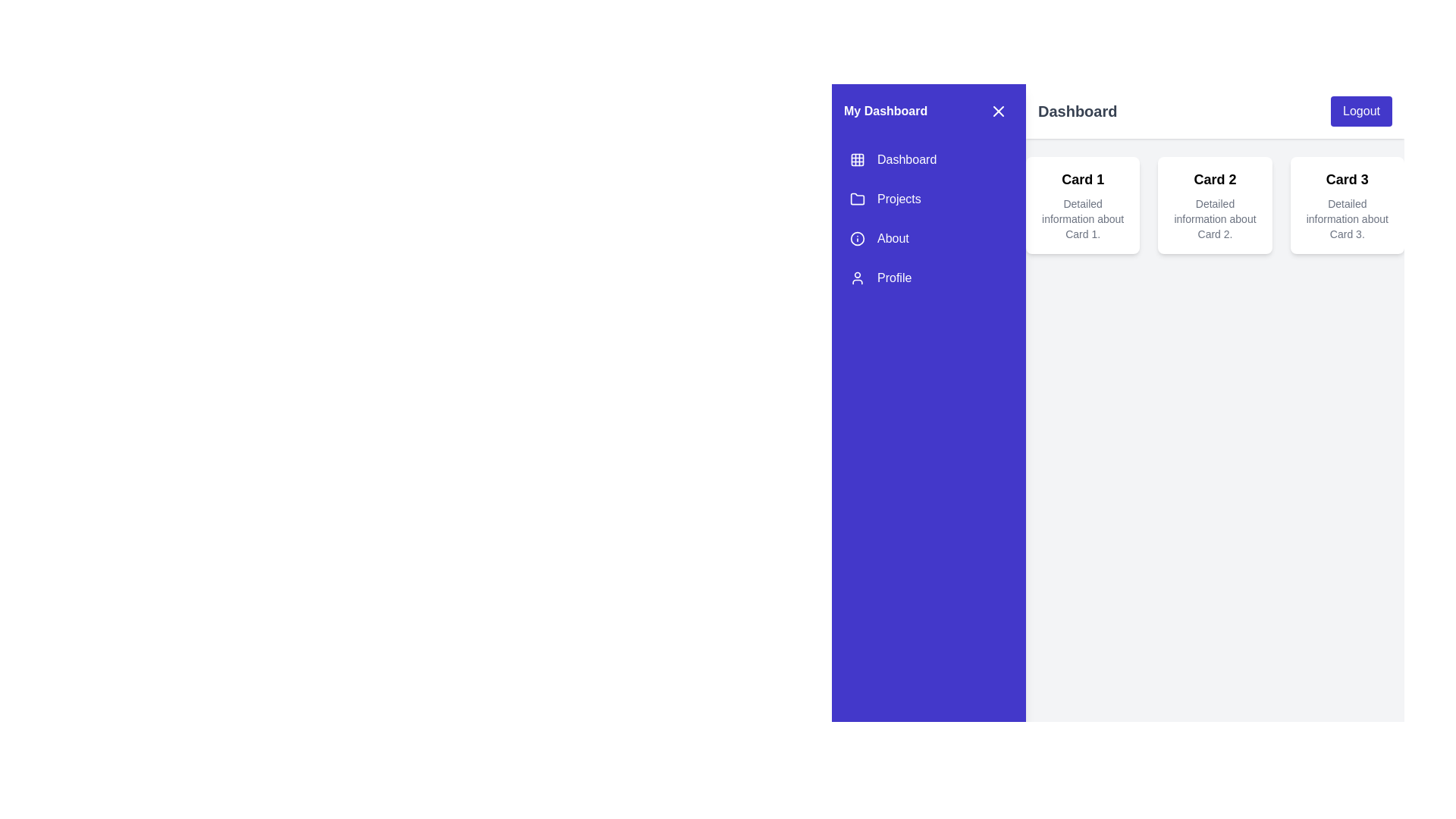 This screenshot has width=1456, height=819. I want to click on the small, square-shaped grid icon in the top-left corner of the dashboard menu panel, so click(858, 160).